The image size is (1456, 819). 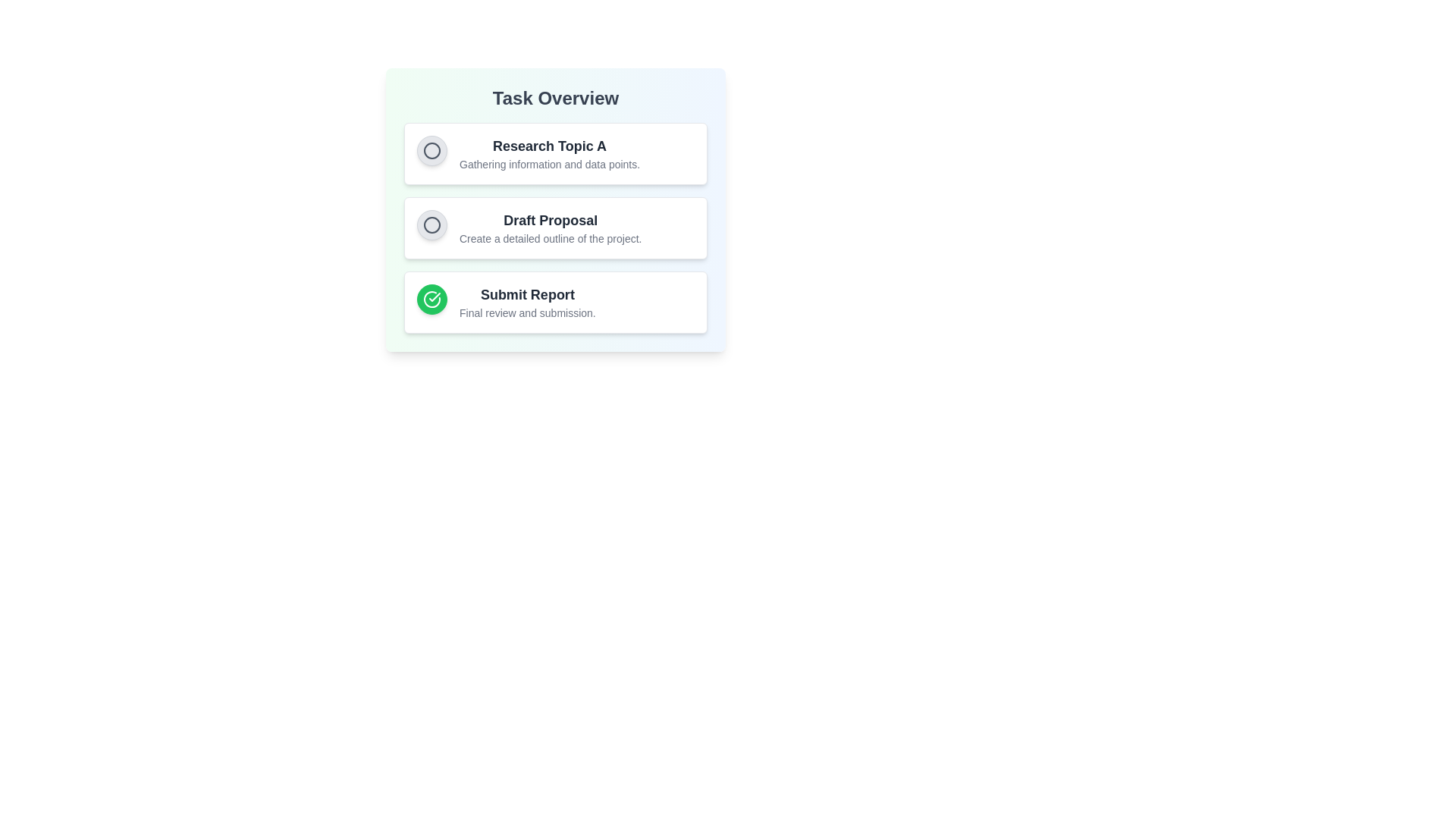 I want to click on the inactive status-indicating icon for the 'Research Topic A' task, located in the first item of the task list, so click(x=431, y=151).